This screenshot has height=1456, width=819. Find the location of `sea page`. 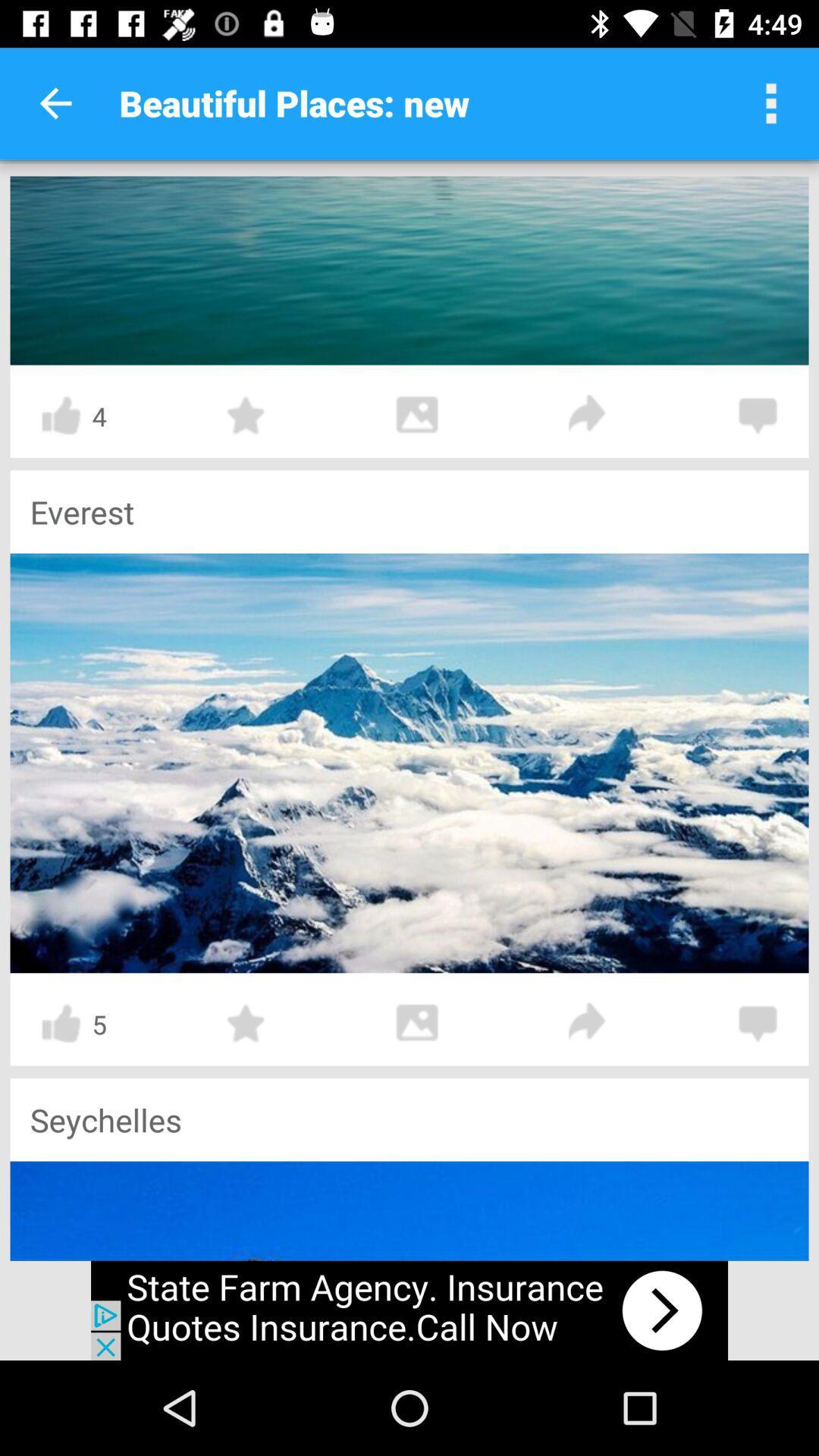

sea page is located at coordinates (409, 270).